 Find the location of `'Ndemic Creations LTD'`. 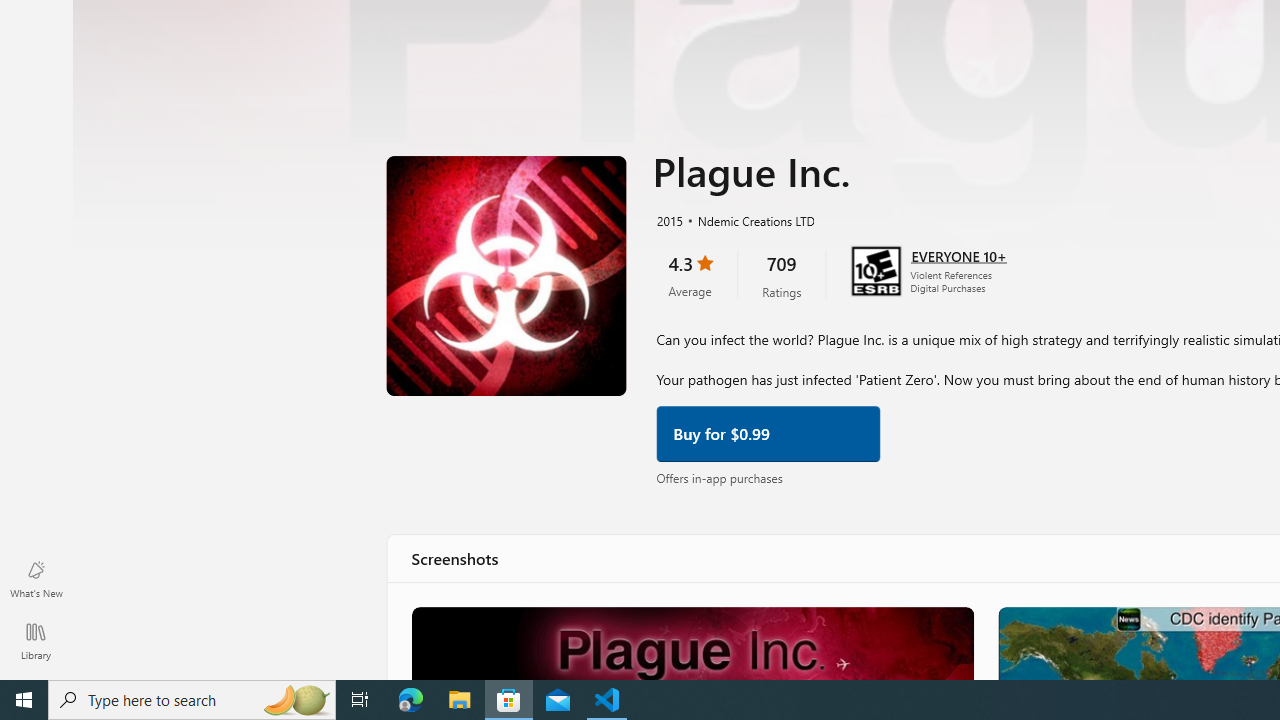

'Ndemic Creations LTD' is located at coordinates (747, 219).